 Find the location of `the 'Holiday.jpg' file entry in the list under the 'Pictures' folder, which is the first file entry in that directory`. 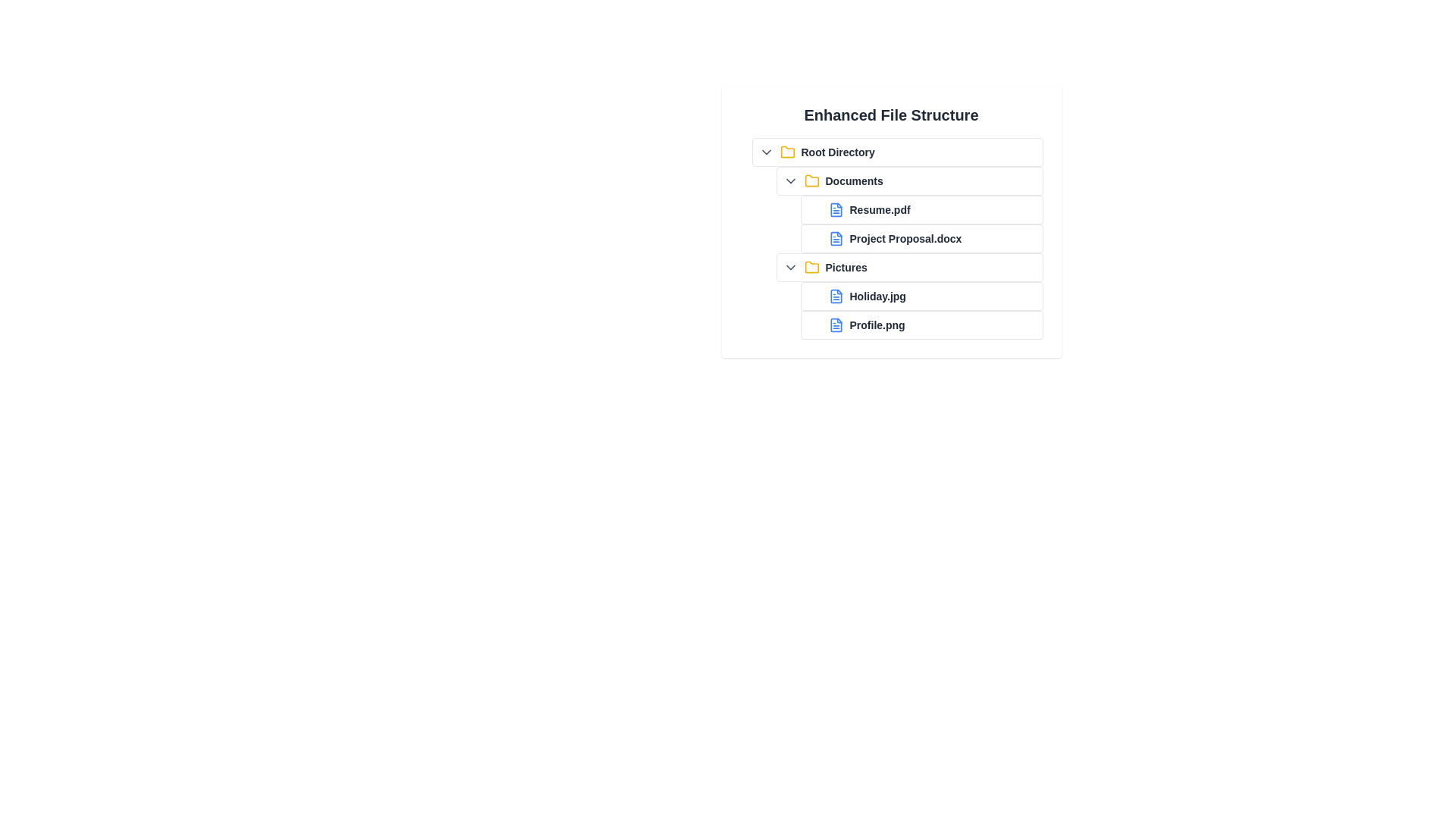

the 'Holiday.jpg' file entry in the list under the 'Pictures' folder, which is the first file entry in that directory is located at coordinates (915, 296).